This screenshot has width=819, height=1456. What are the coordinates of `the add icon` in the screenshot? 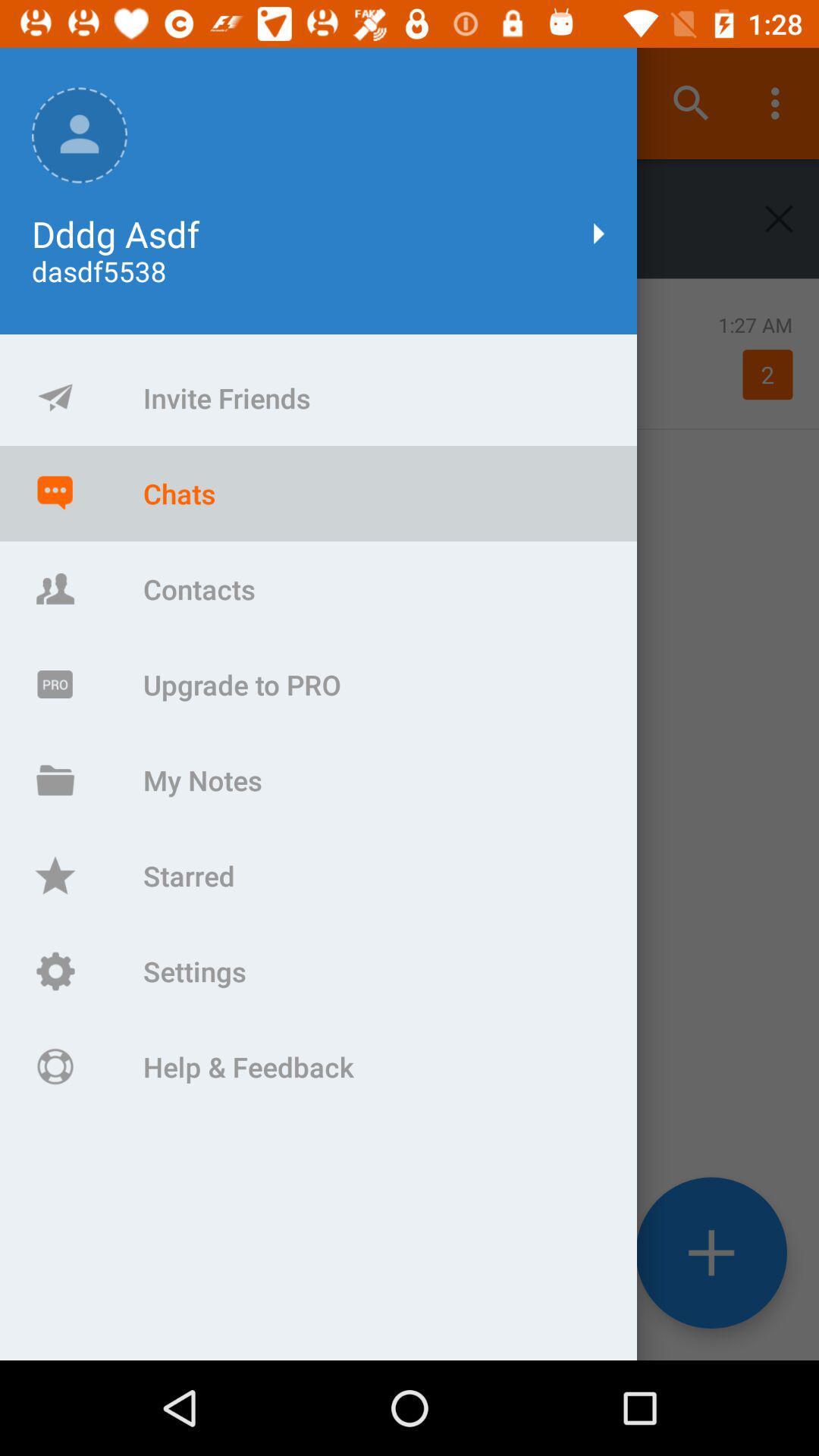 It's located at (711, 1253).